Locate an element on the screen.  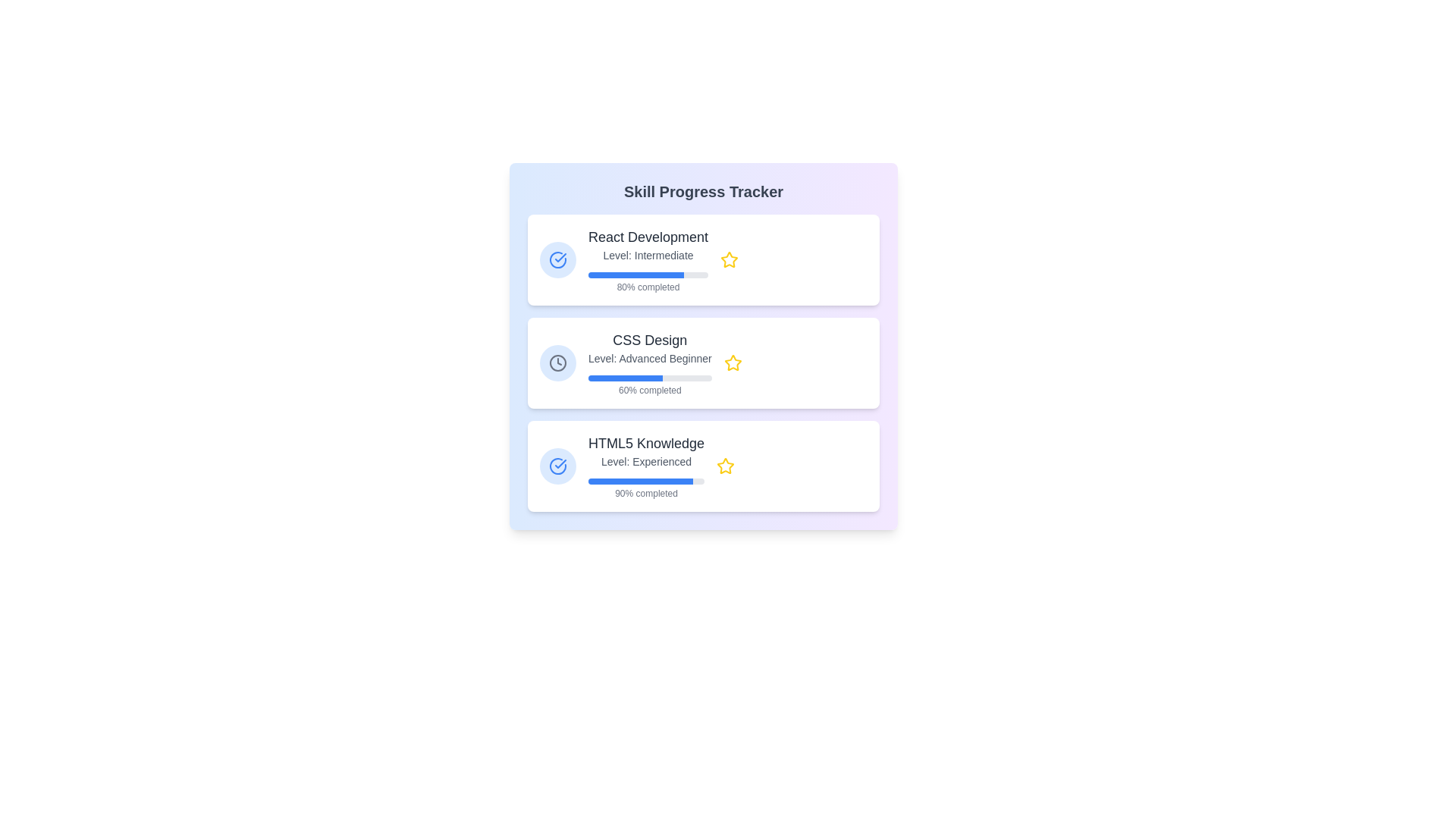
the compact progress bar located beneath the text 'CSS Design' and above the label '60% completed' is located at coordinates (650, 377).